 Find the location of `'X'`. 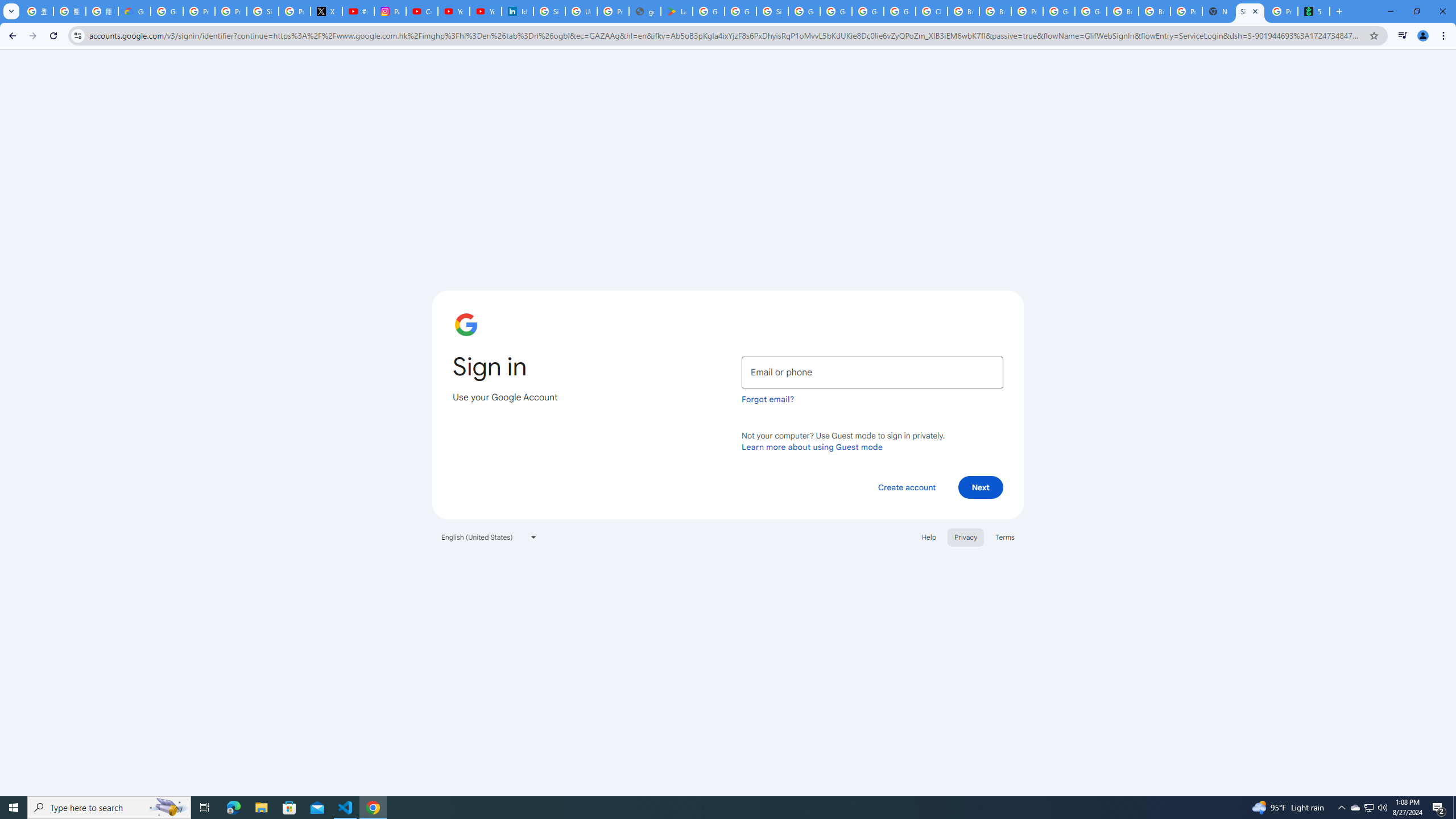

'X' is located at coordinates (326, 11).